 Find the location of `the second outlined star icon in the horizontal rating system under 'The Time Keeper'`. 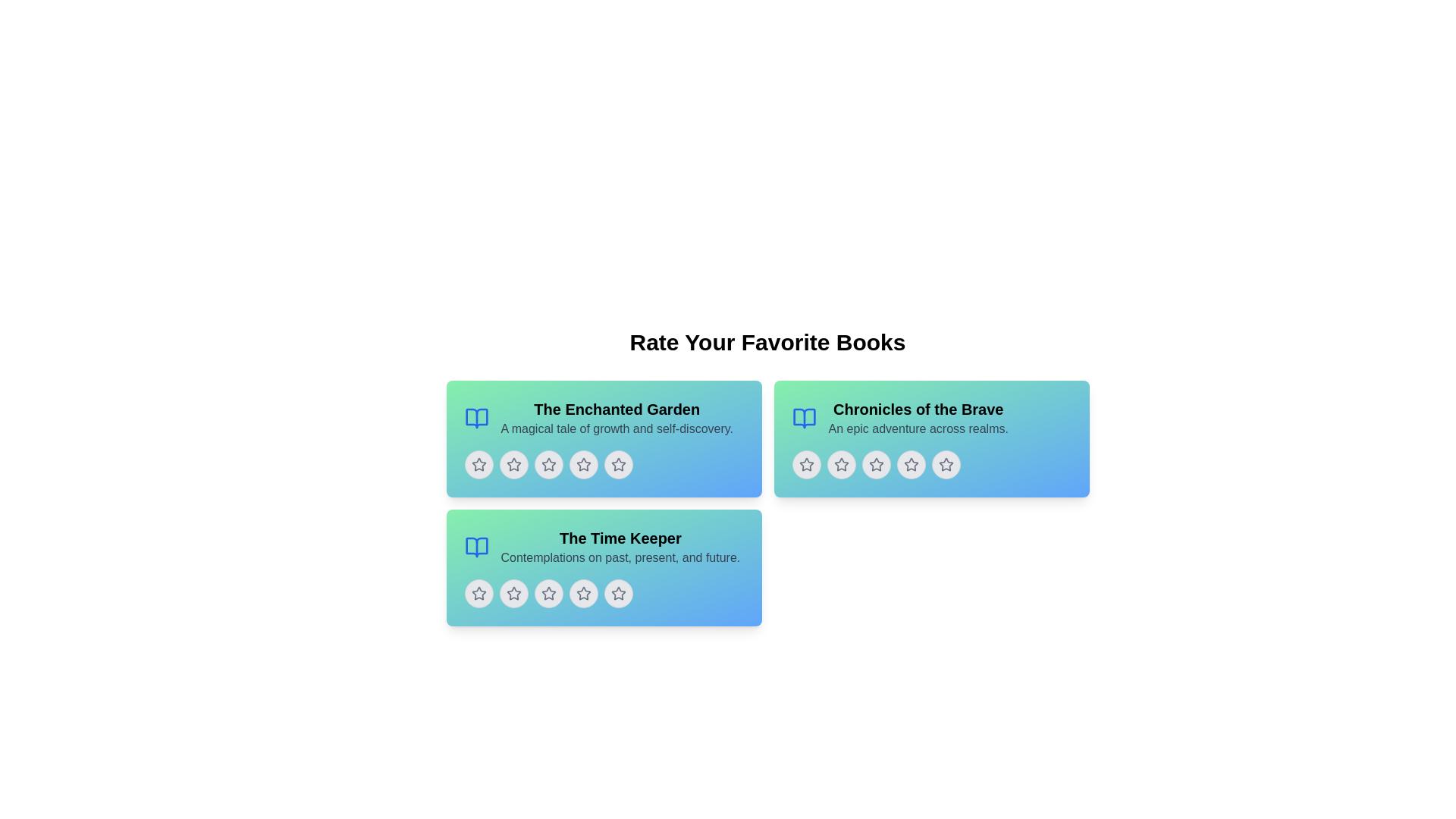

the second outlined star icon in the horizontal rating system under 'The Time Keeper' is located at coordinates (548, 592).